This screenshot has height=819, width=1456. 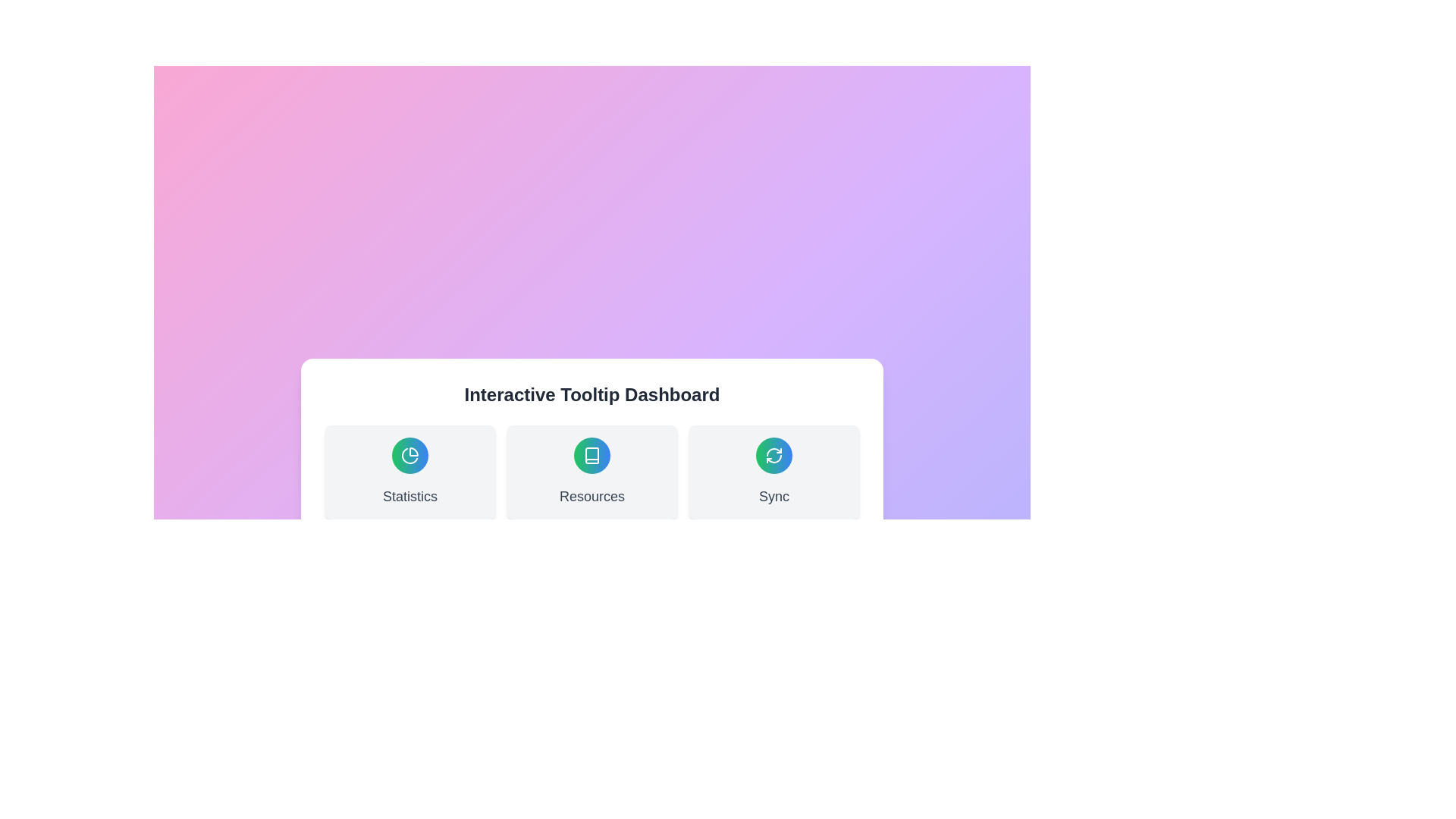 I want to click on the middle button-like section in the three-column grid layout, positioned between 'Statistics' and 'Sync', to activate its hover effects, so click(x=591, y=472).